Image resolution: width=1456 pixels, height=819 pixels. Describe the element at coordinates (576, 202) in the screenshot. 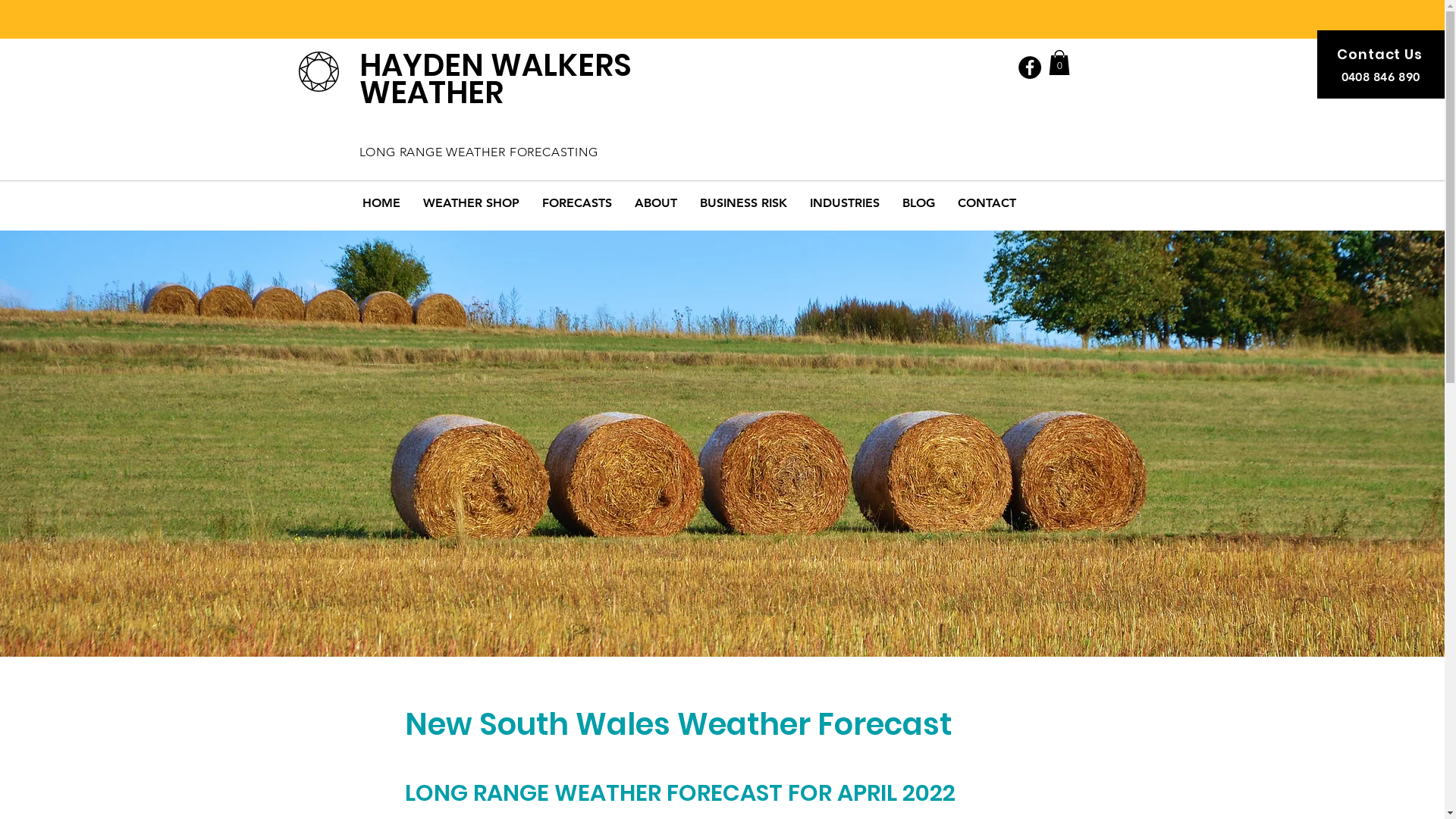

I see `'FORECASTS'` at that location.